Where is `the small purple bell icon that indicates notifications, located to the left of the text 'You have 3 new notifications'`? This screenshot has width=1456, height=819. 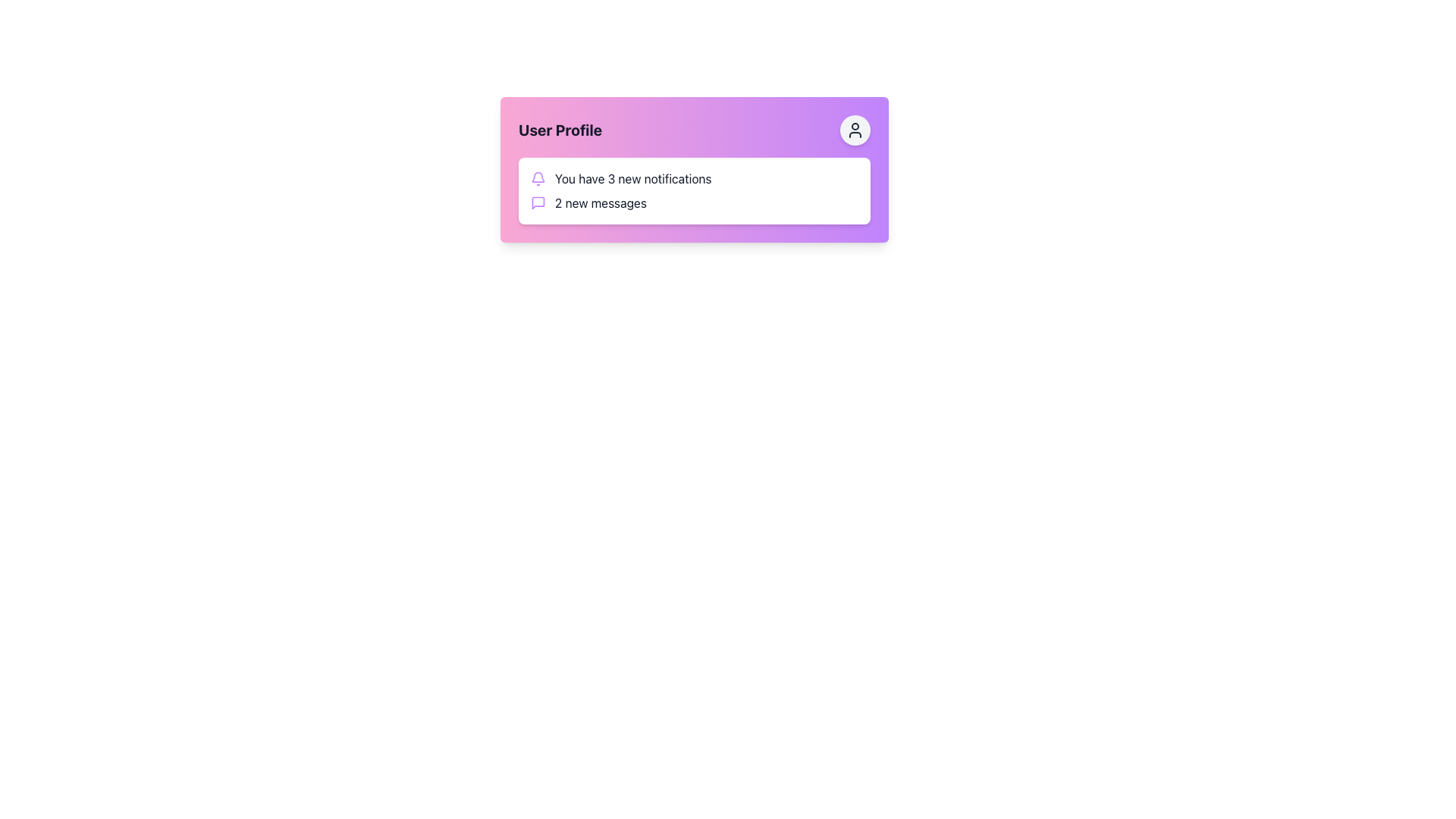
the small purple bell icon that indicates notifications, located to the left of the text 'You have 3 new notifications' is located at coordinates (538, 177).